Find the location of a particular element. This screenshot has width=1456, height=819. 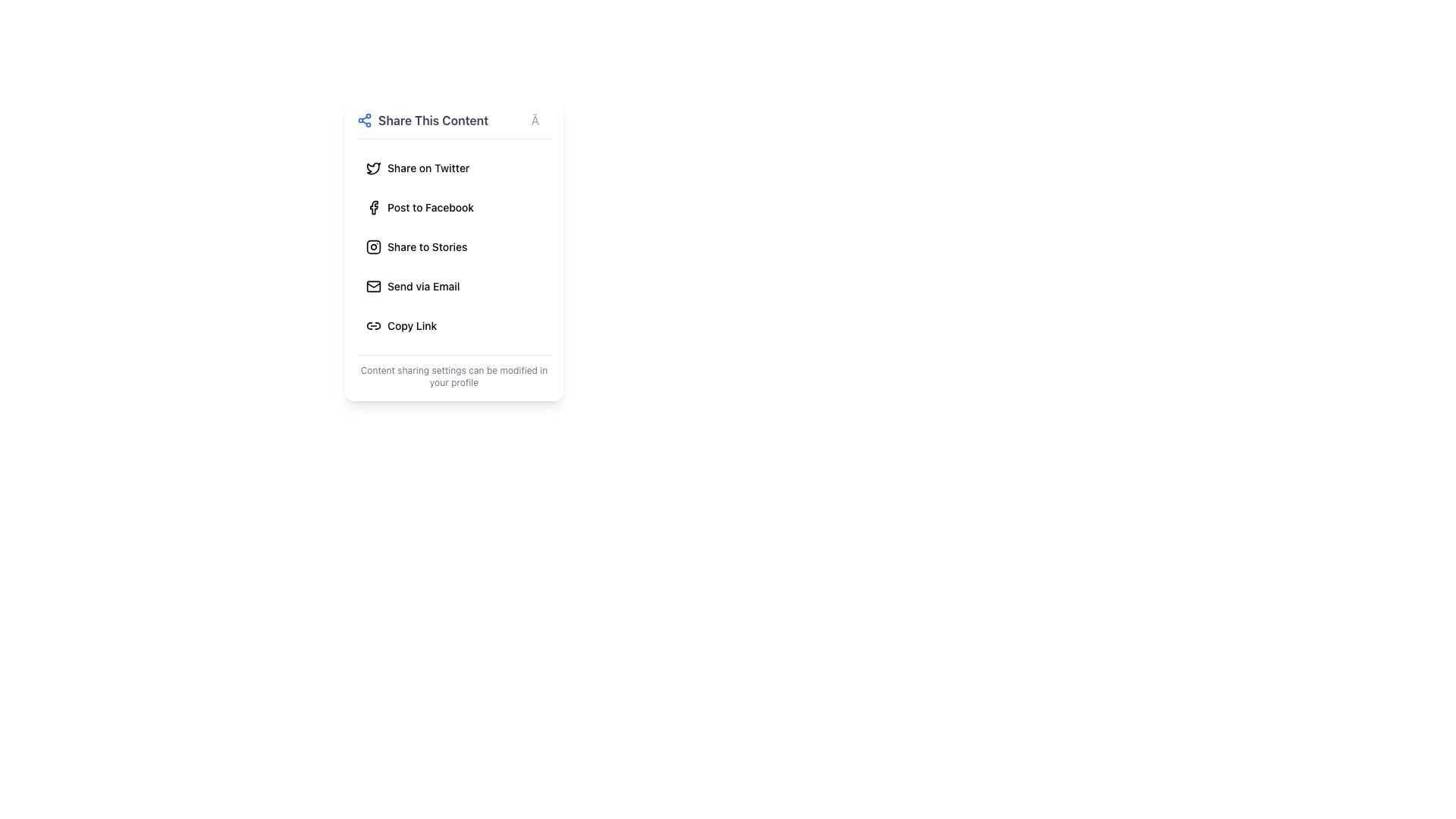

the Twitter sharing icon, which is located immediately to the left of the text 'Share on Twitter' is located at coordinates (374, 168).